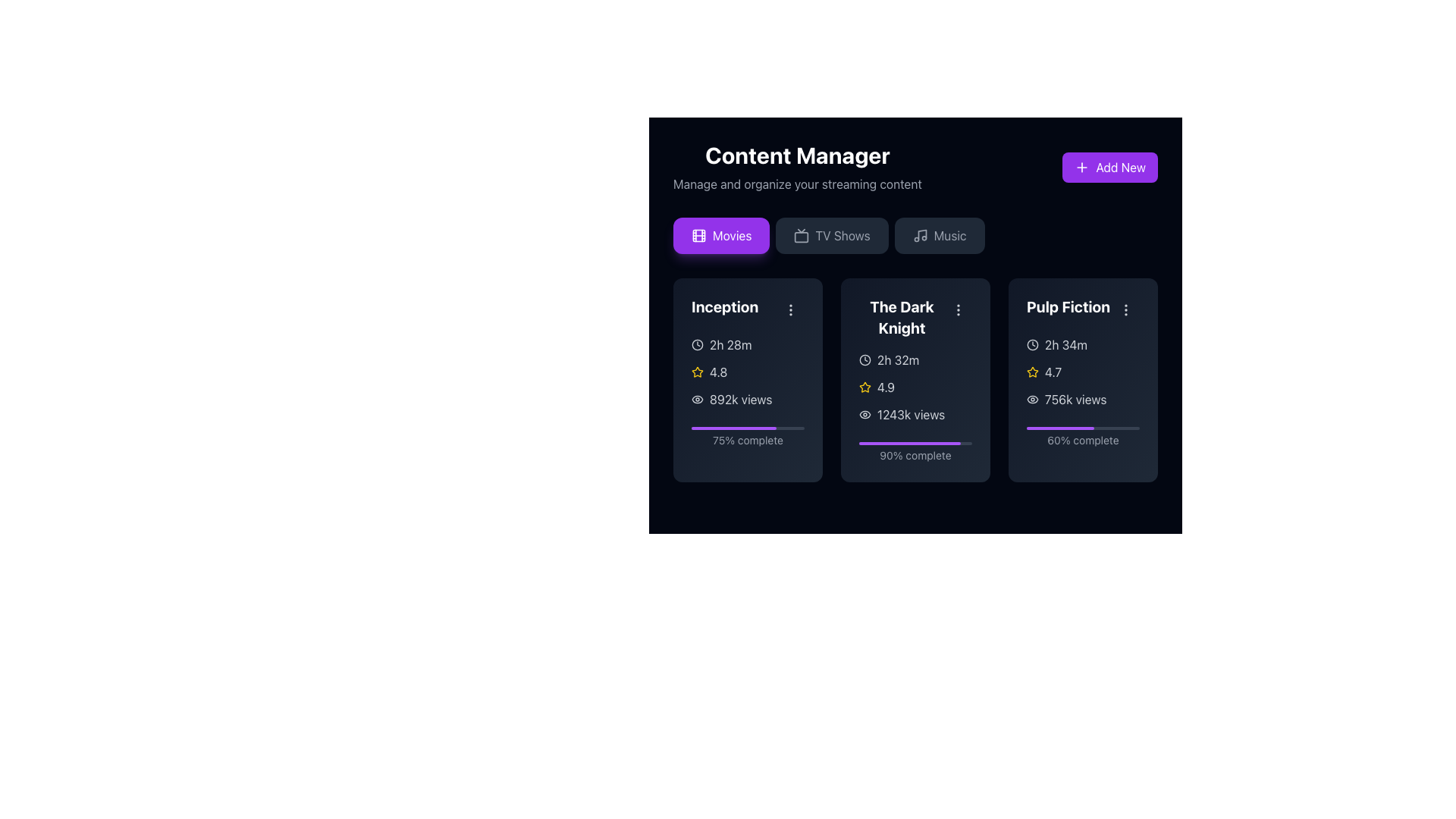 The width and height of the screenshot is (1456, 819). What do you see at coordinates (957, 309) in the screenshot?
I see `the Icon button located in the top-right corner of the 'The Dark Knight' interface section, which opens a drop-down menu for options related to the movie` at bounding box center [957, 309].